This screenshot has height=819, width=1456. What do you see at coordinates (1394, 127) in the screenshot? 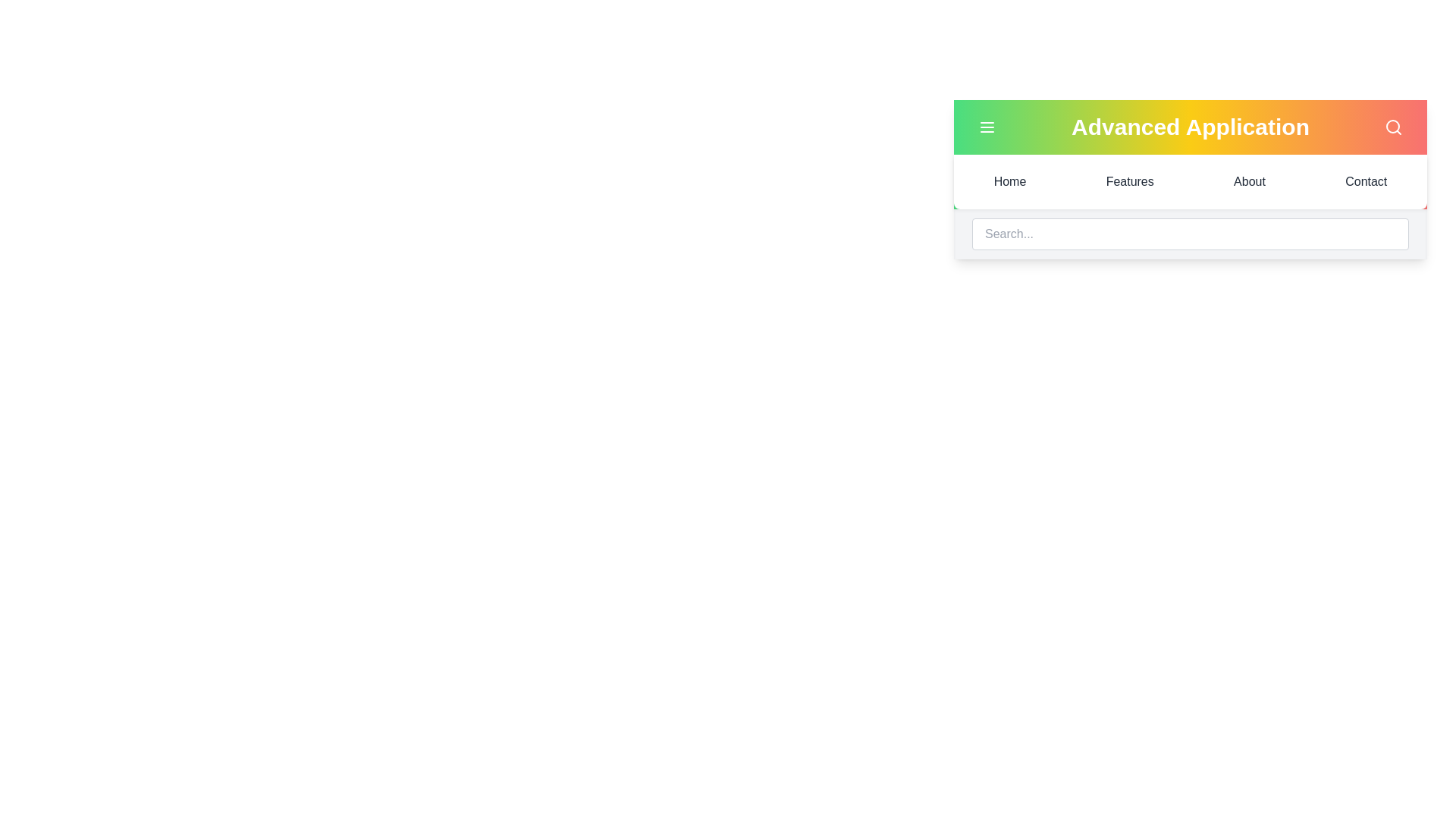
I see `the search toggle button to toggle the visibility of the search bar` at bounding box center [1394, 127].